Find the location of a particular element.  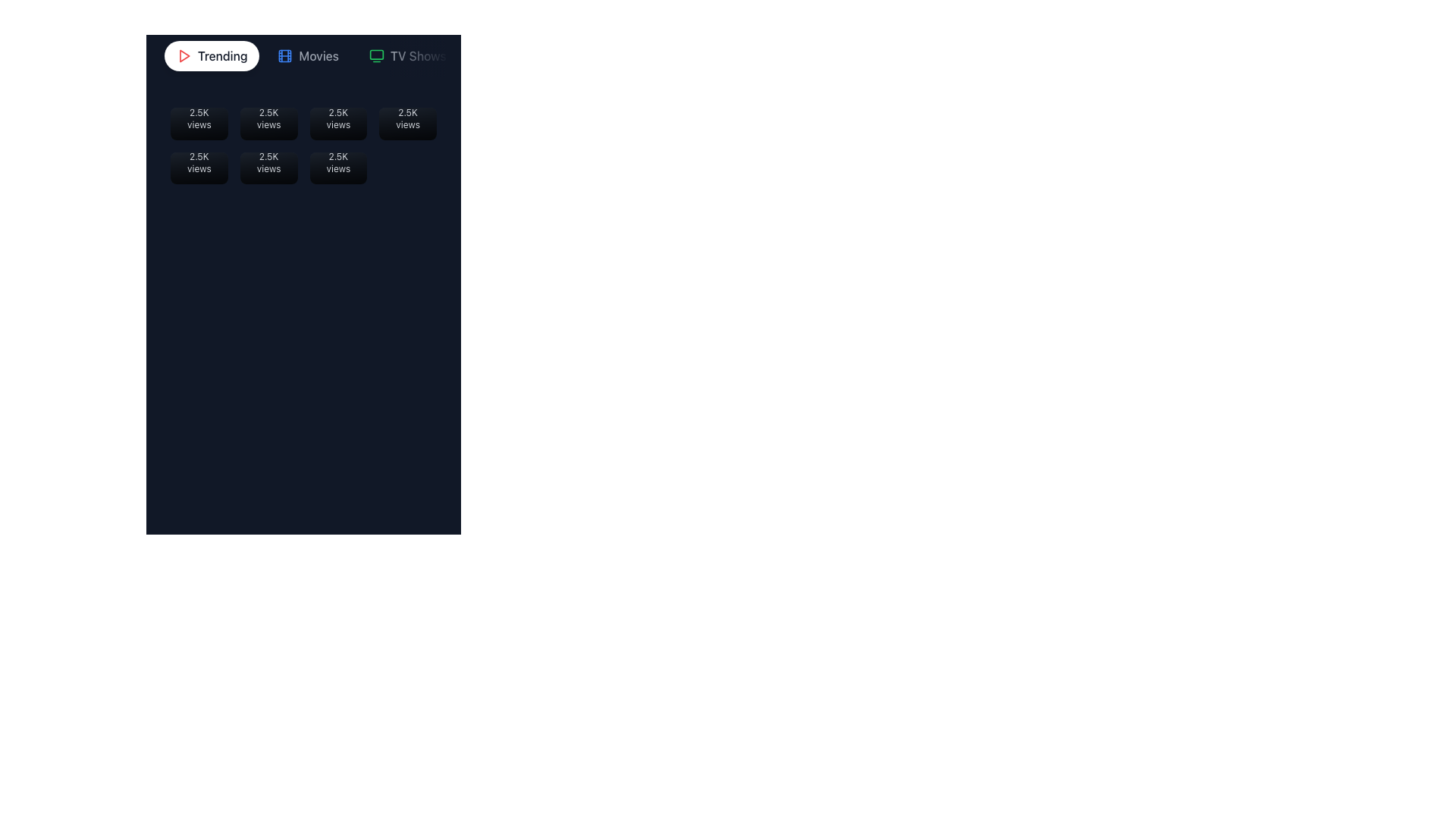

the decorative rectangle within the TV Shows icon, which is a rounded rectangle located at the top-right corner of the UI is located at coordinates (376, 54).